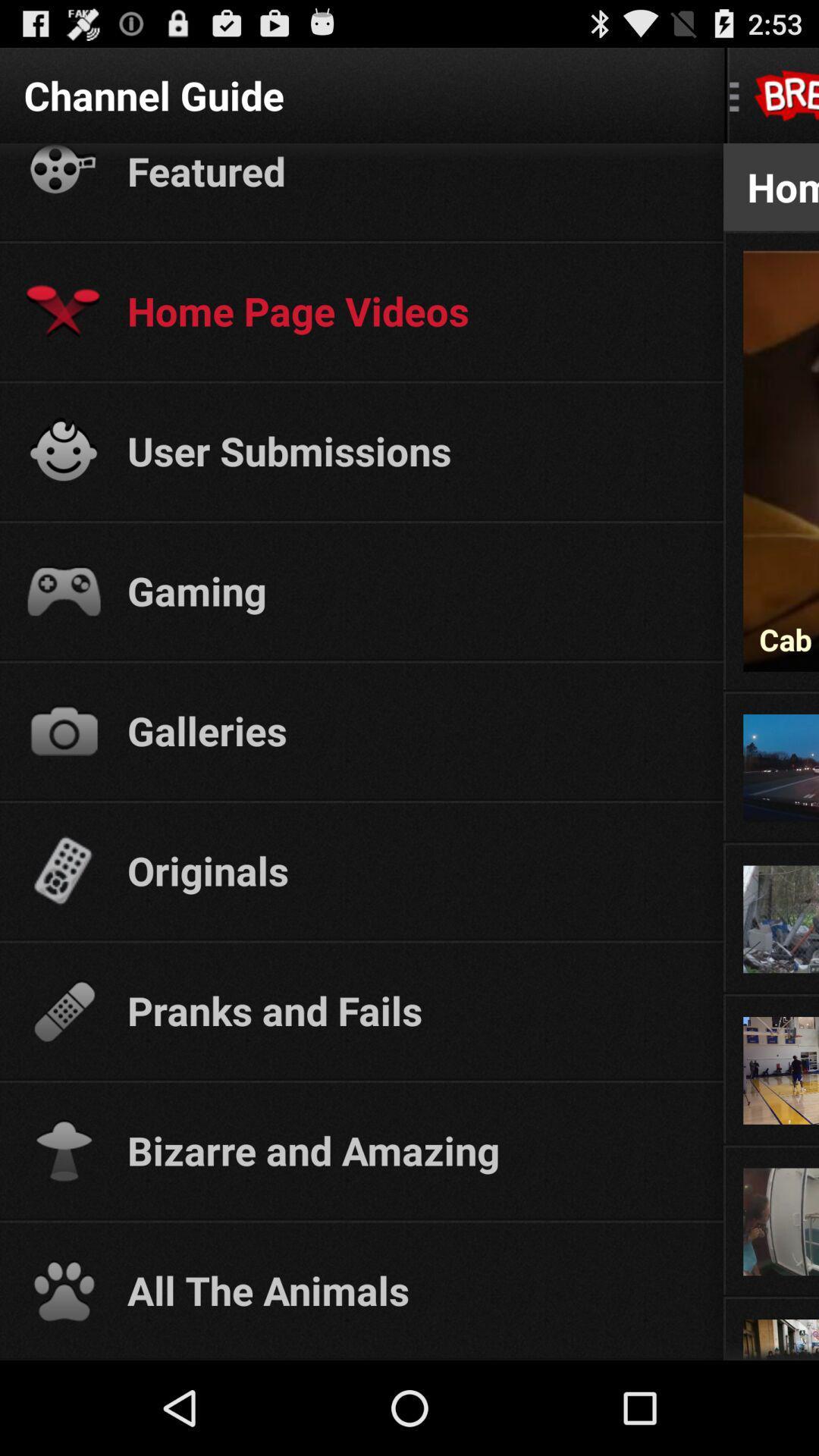  Describe the element at coordinates (411, 171) in the screenshot. I see `featured app` at that location.